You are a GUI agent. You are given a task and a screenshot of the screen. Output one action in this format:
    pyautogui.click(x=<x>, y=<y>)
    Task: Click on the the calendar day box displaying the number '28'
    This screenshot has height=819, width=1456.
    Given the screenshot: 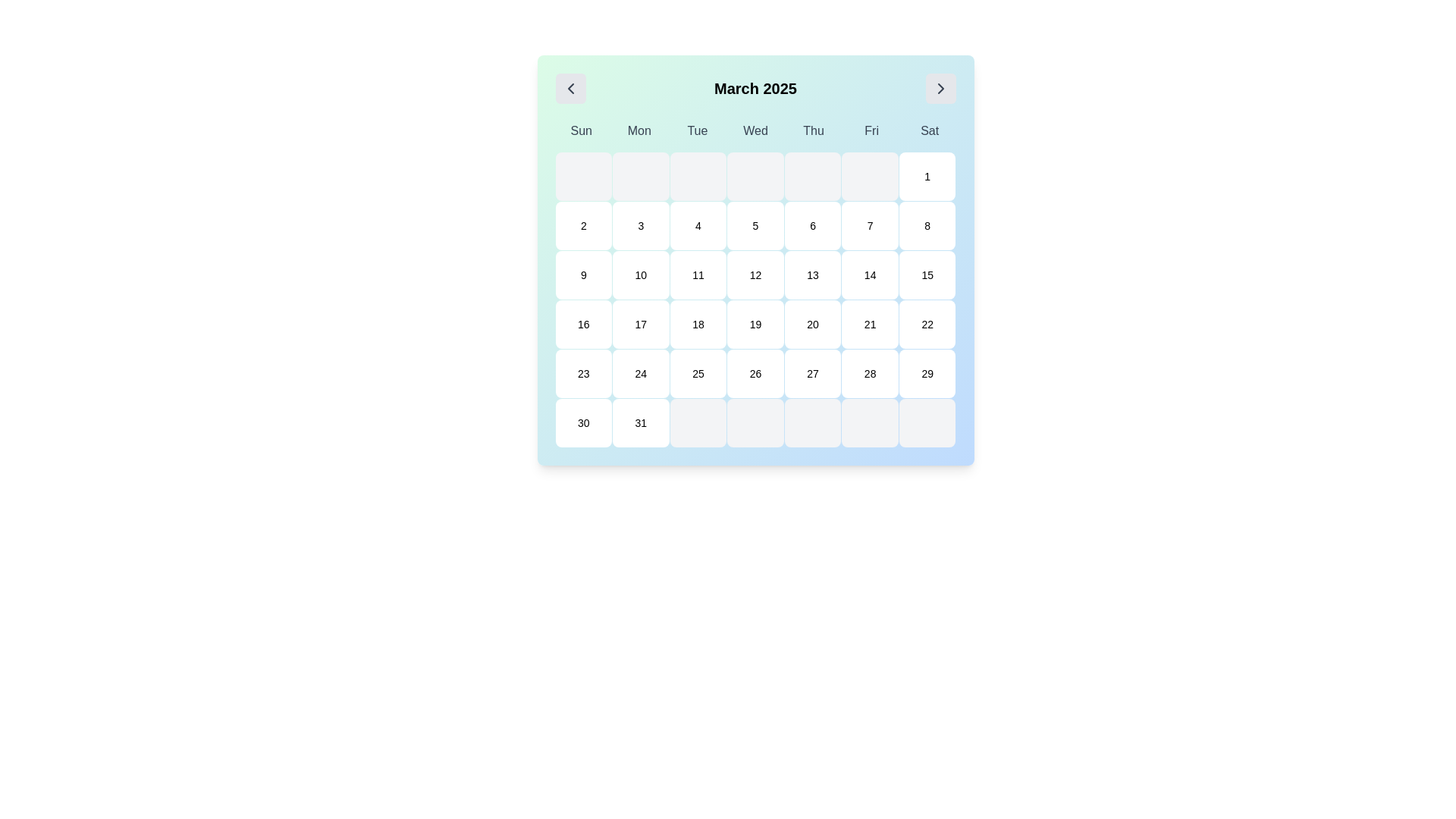 What is the action you would take?
    pyautogui.click(x=870, y=374)
    